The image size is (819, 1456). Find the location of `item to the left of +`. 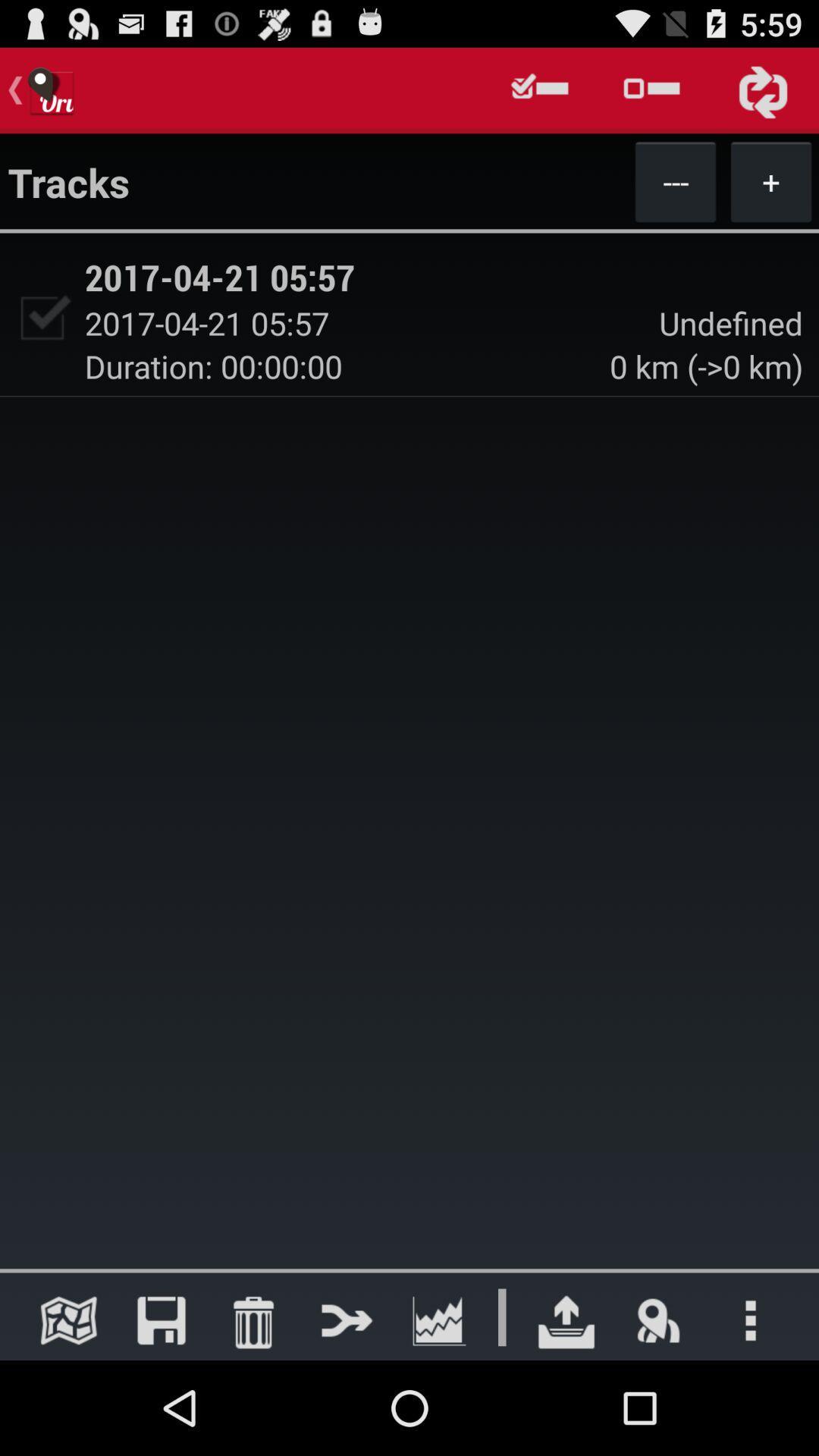

item to the left of + is located at coordinates (675, 181).